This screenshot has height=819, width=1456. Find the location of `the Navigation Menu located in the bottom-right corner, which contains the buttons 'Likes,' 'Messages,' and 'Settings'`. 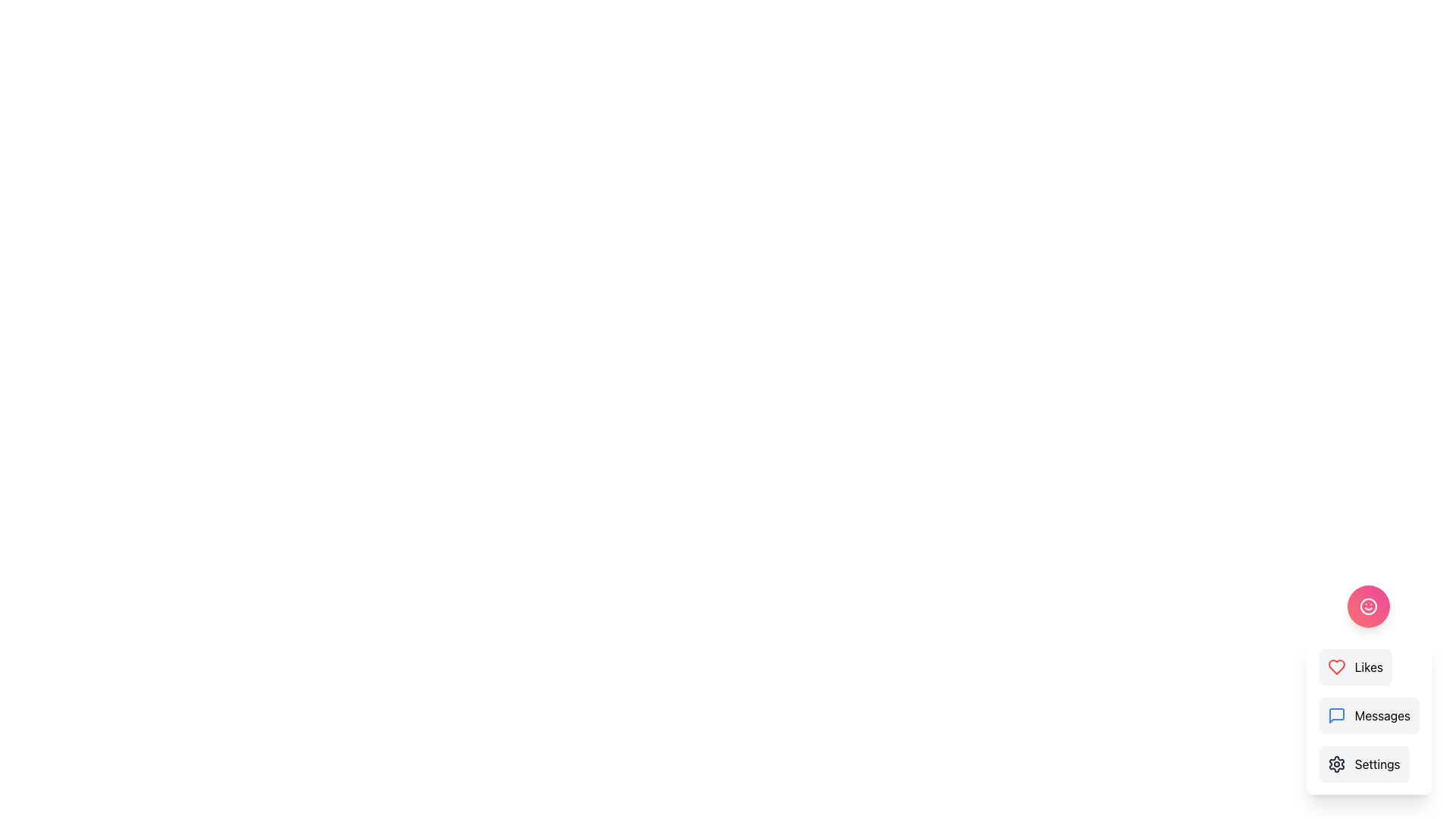

the Navigation Menu located in the bottom-right corner, which contains the buttons 'Likes,' 'Messages,' and 'Settings' is located at coordinates (1369, 690).